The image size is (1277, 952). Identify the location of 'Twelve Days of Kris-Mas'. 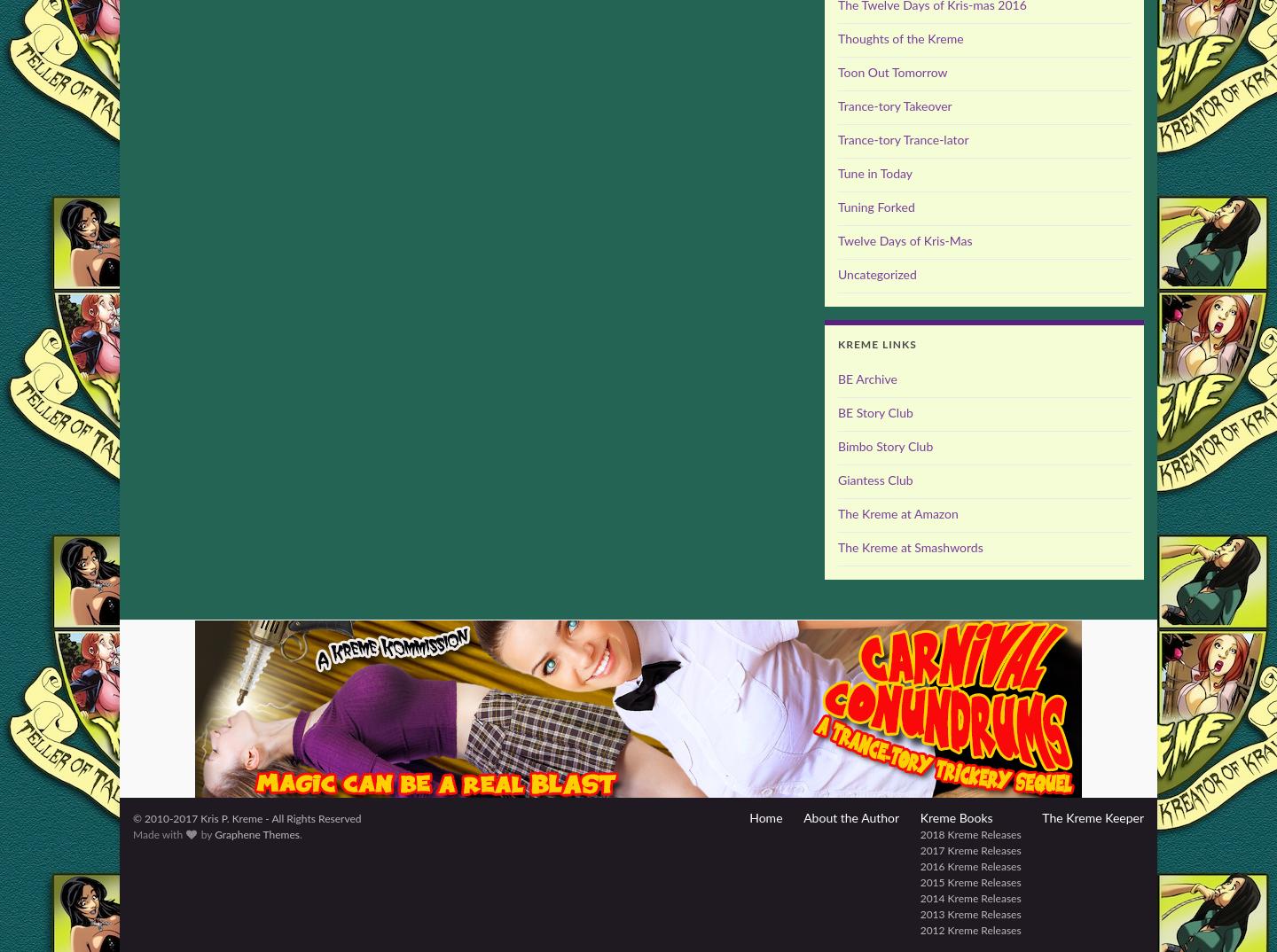
(837, 242).